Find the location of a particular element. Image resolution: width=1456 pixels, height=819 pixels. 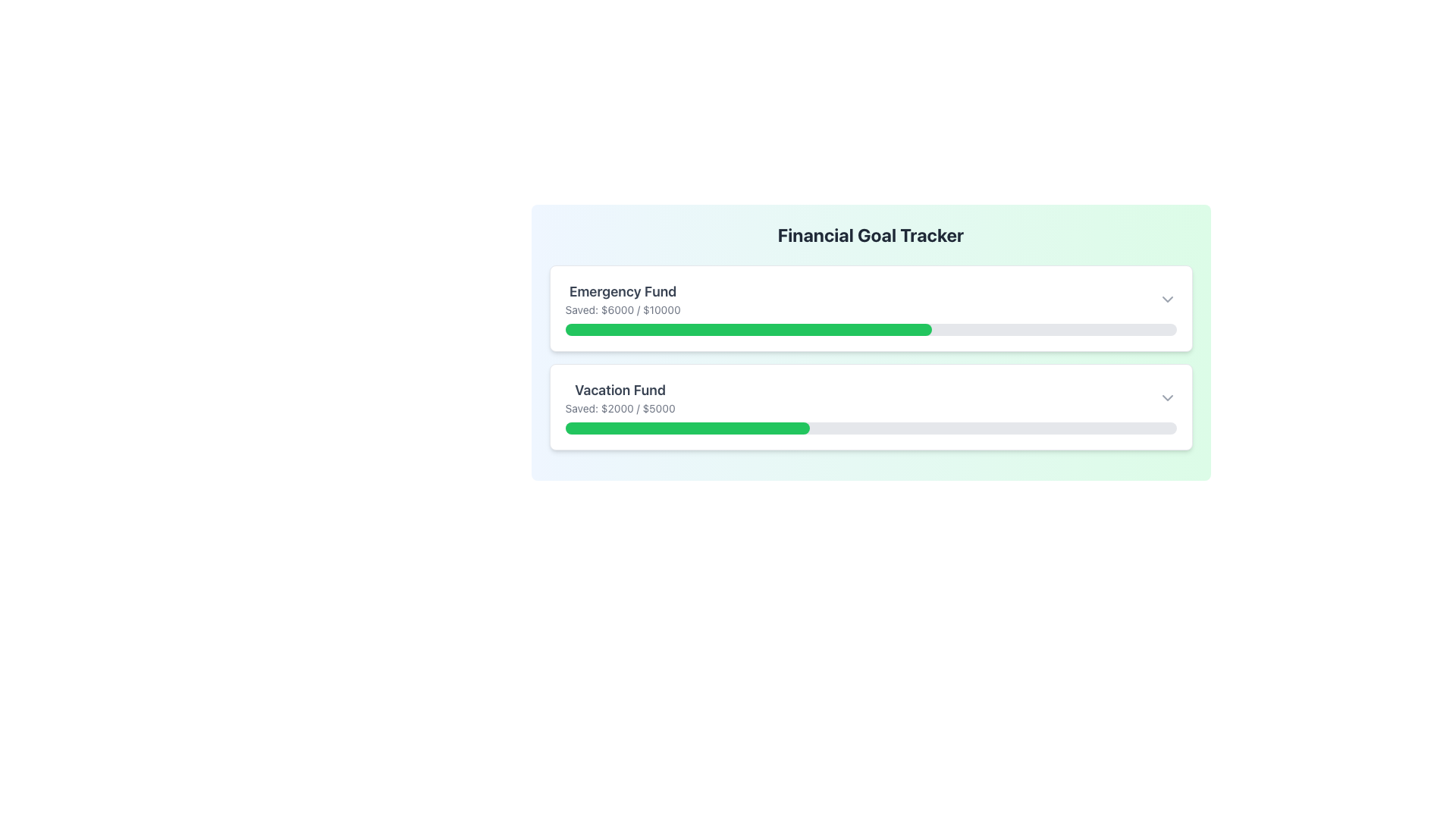

the 'Emergency Fund' text label, which is a bold, dark gray text located at the top left corner of its card-like component is located at coordinates (623, 292).